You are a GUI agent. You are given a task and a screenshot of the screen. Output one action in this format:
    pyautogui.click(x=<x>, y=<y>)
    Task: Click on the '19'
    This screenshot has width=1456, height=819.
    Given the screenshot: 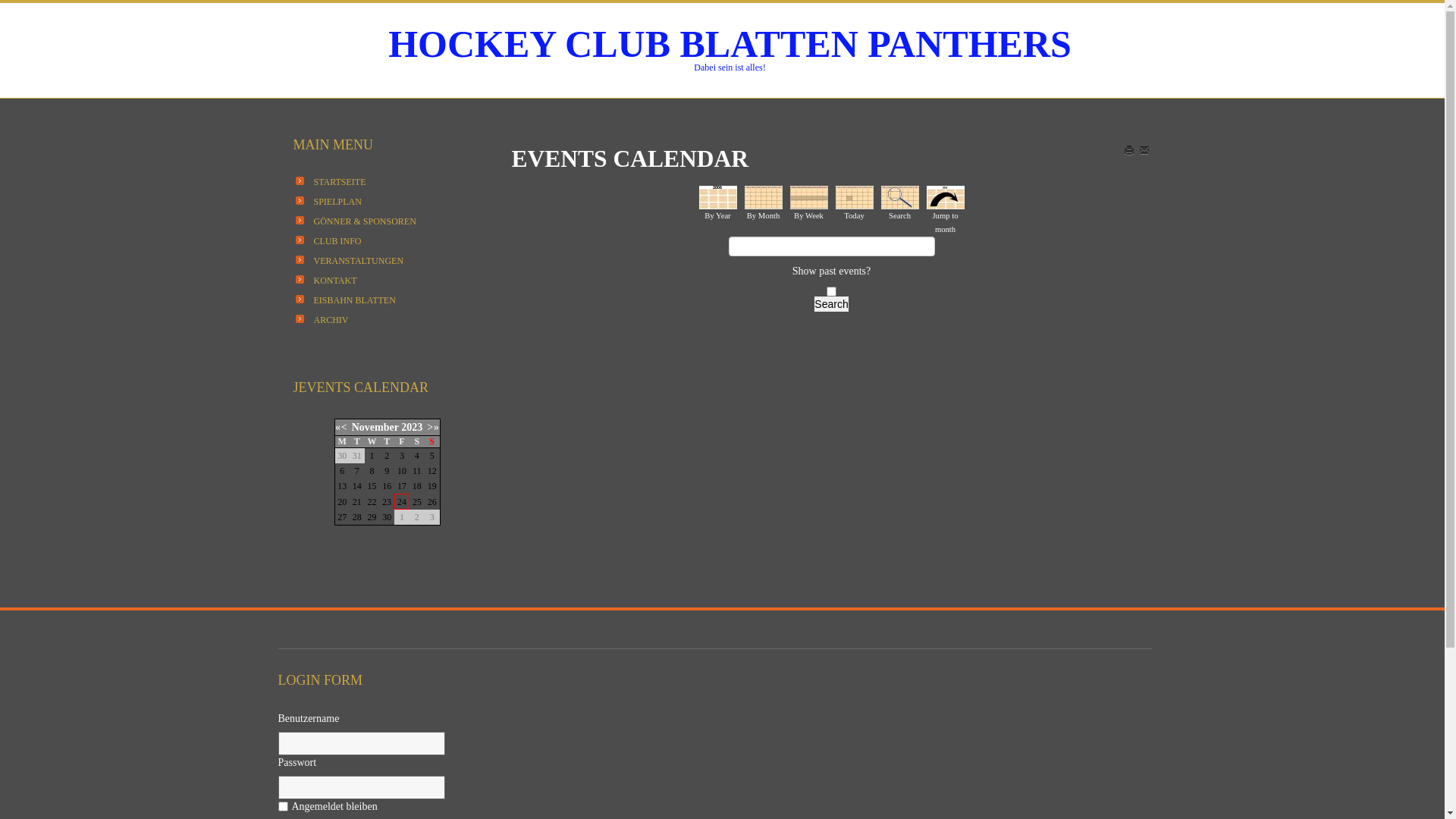 What is the action you would take?
    pyautogui.click(x=431, y=485)
    